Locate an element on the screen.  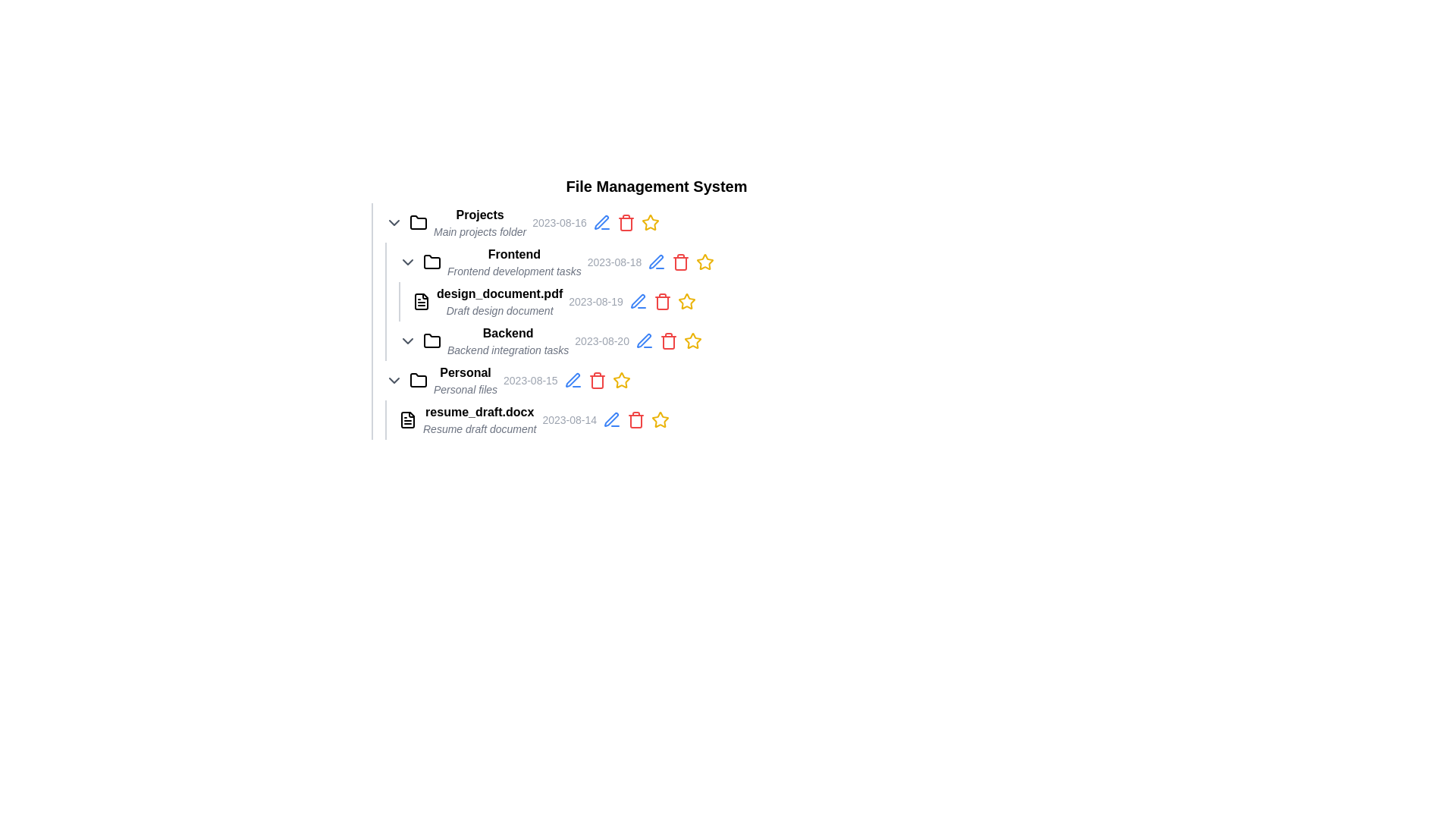
the star icon used for favoriting the 'design_document.pdf' is located at coordinates (686, 301).